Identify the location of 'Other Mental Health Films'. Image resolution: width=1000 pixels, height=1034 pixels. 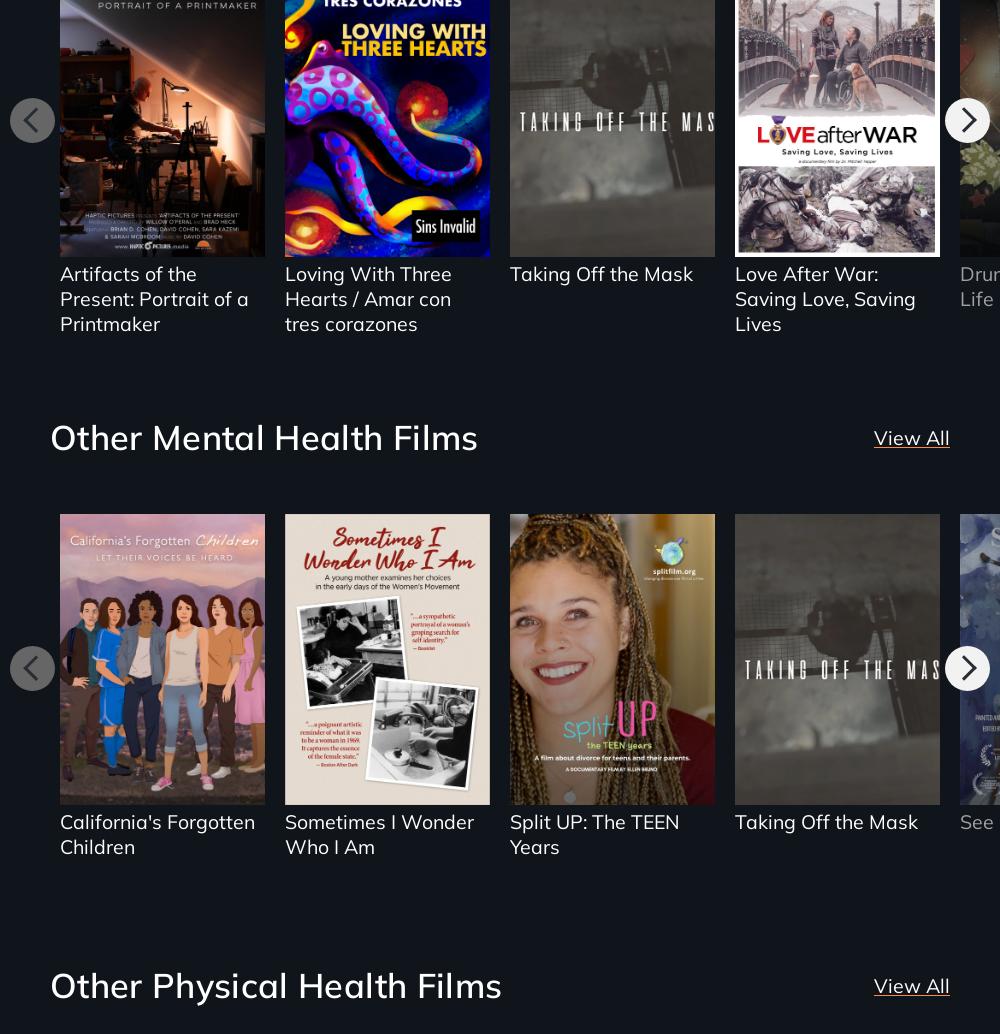
(50, 436).